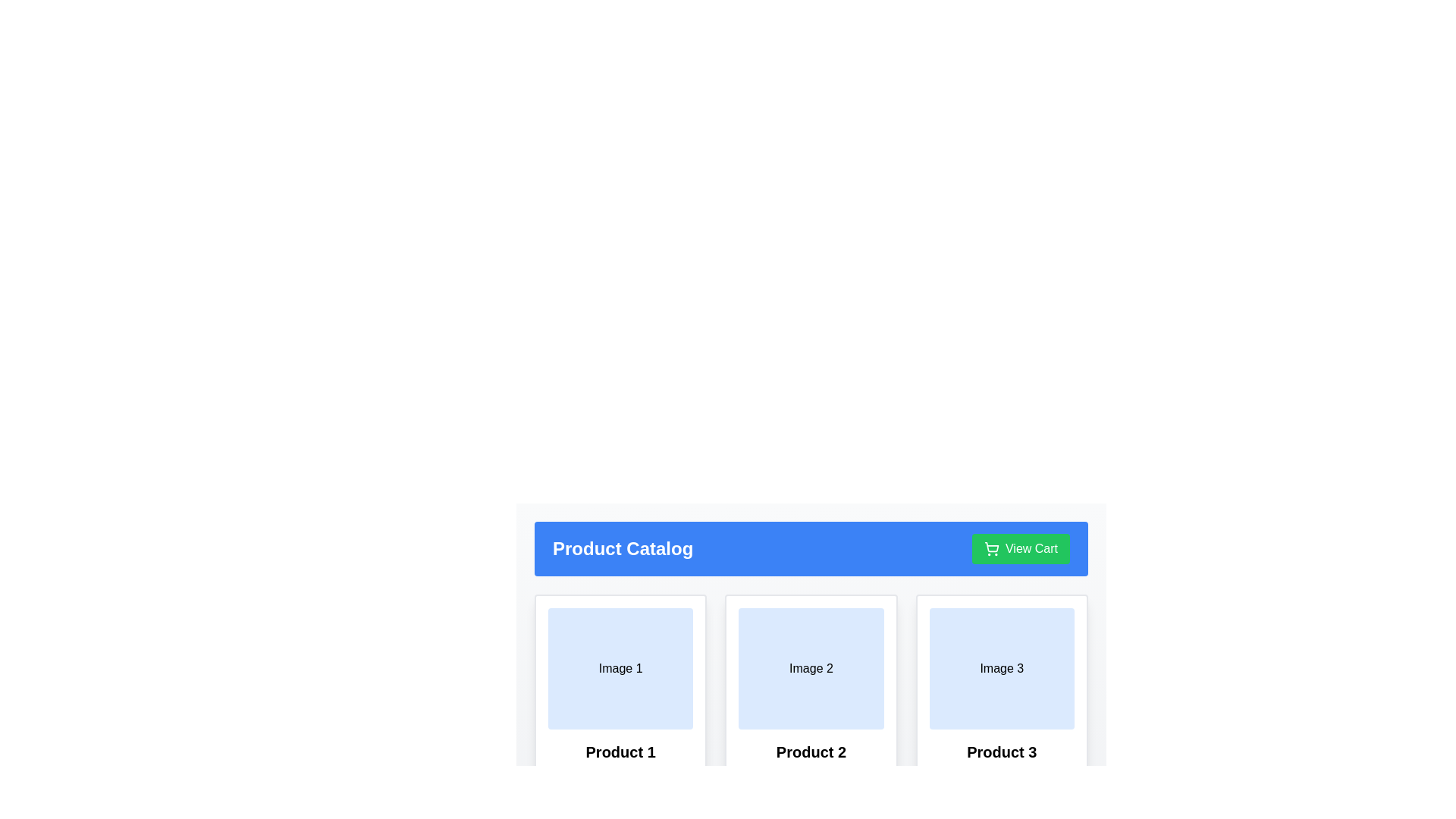 The image size is (1456, 819). I want to click on the Image placeholder with a light blue background and centered black text saying 'Image 1', so click(620, 668).